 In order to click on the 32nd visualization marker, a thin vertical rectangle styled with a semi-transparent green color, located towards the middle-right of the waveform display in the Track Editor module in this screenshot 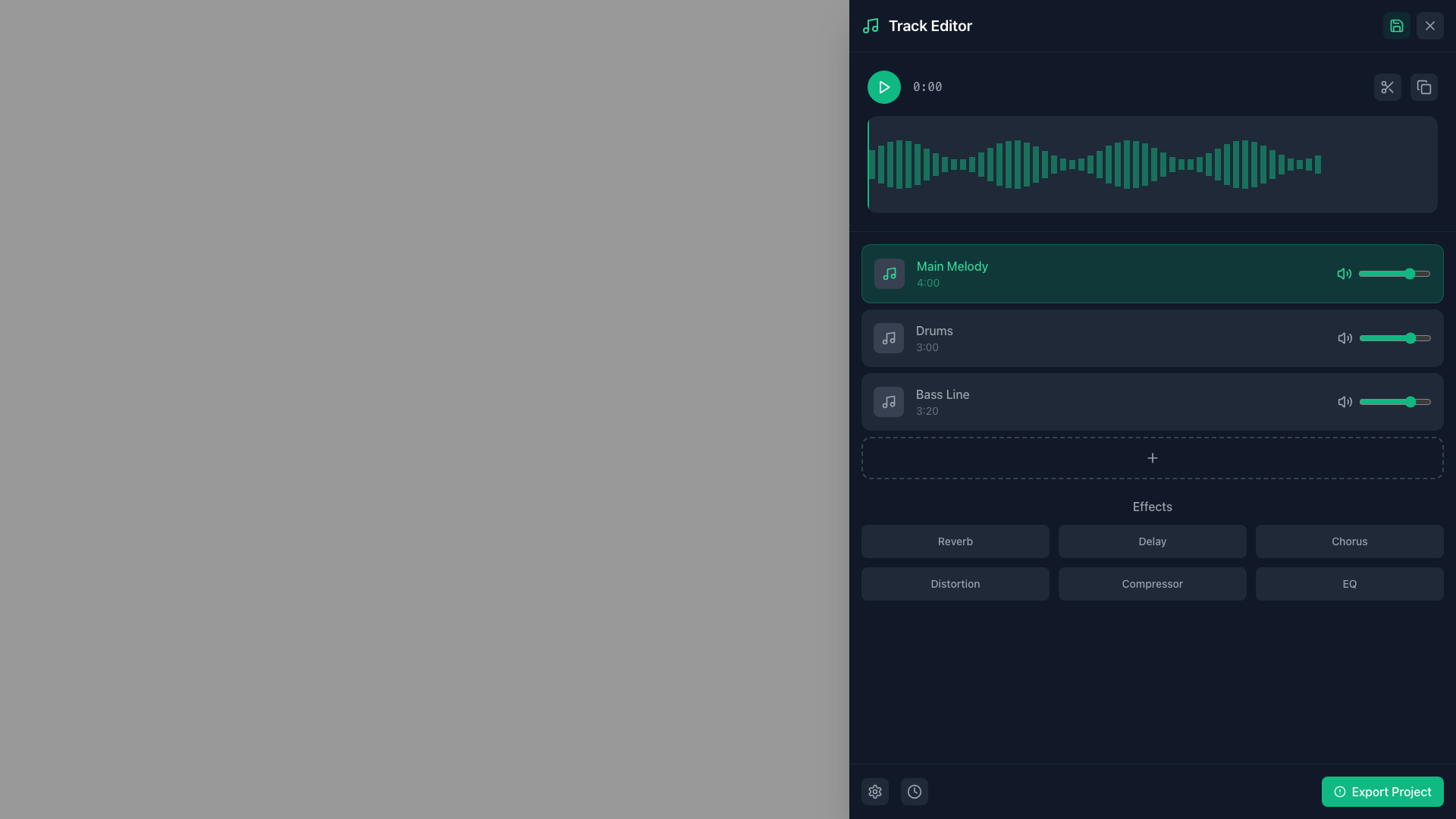, I will do `click(1145, 164)`.